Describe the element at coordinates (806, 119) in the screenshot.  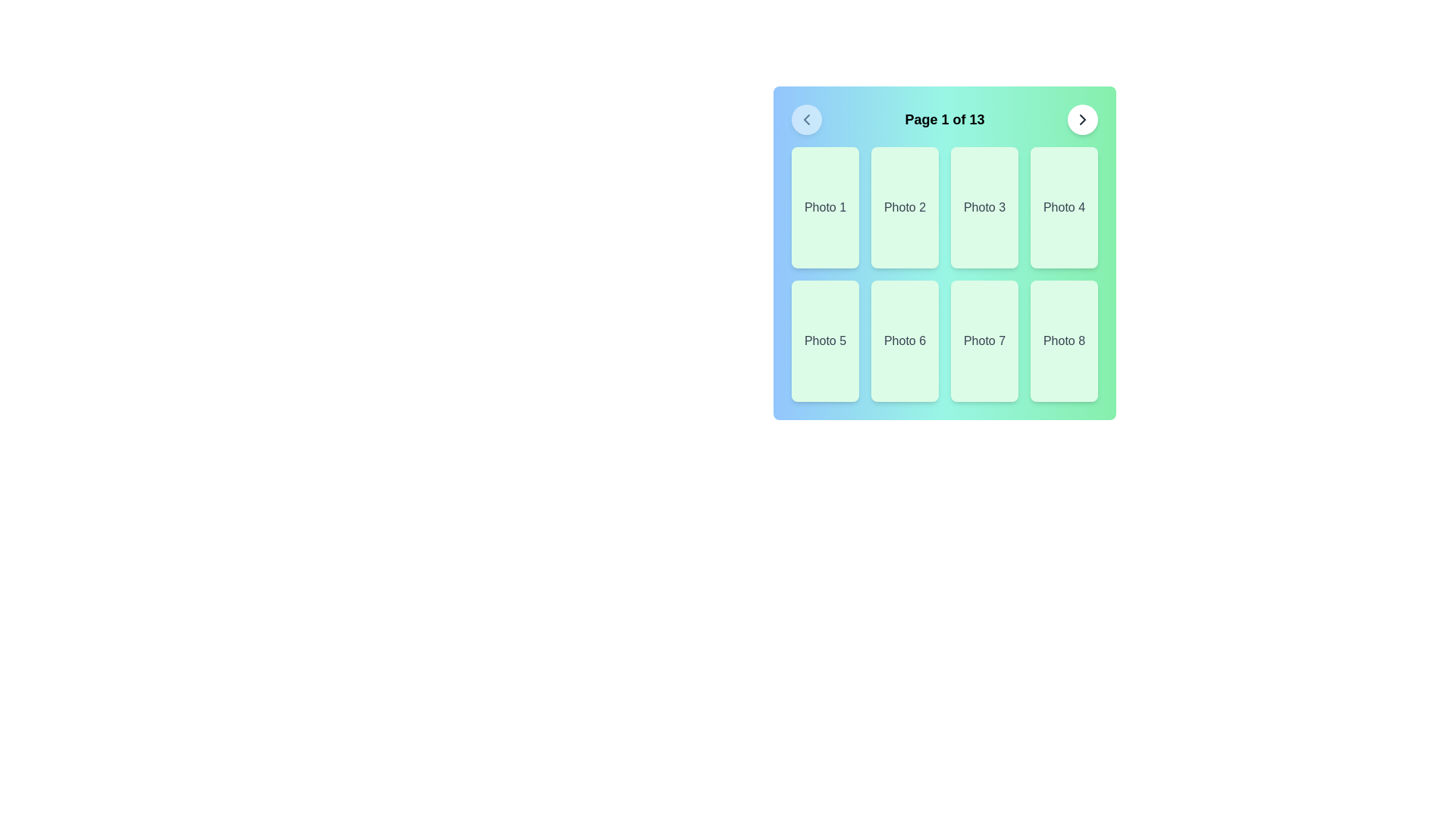
I see `the navigational button located just to the left of 'Page 1 of 13'` at that location.